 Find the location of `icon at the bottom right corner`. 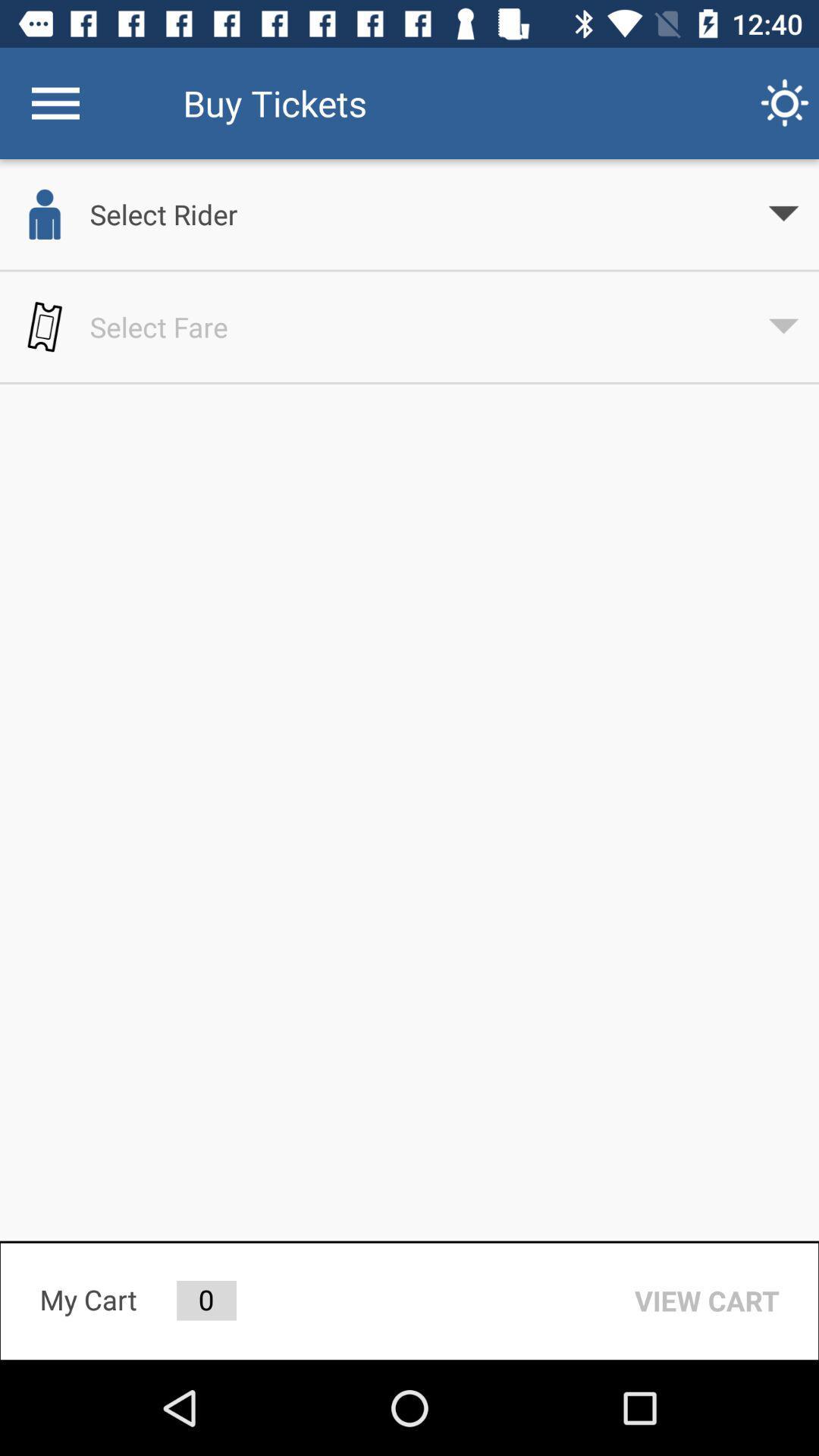

icon at the bottom right corner is located at coordinates (707, 1300).